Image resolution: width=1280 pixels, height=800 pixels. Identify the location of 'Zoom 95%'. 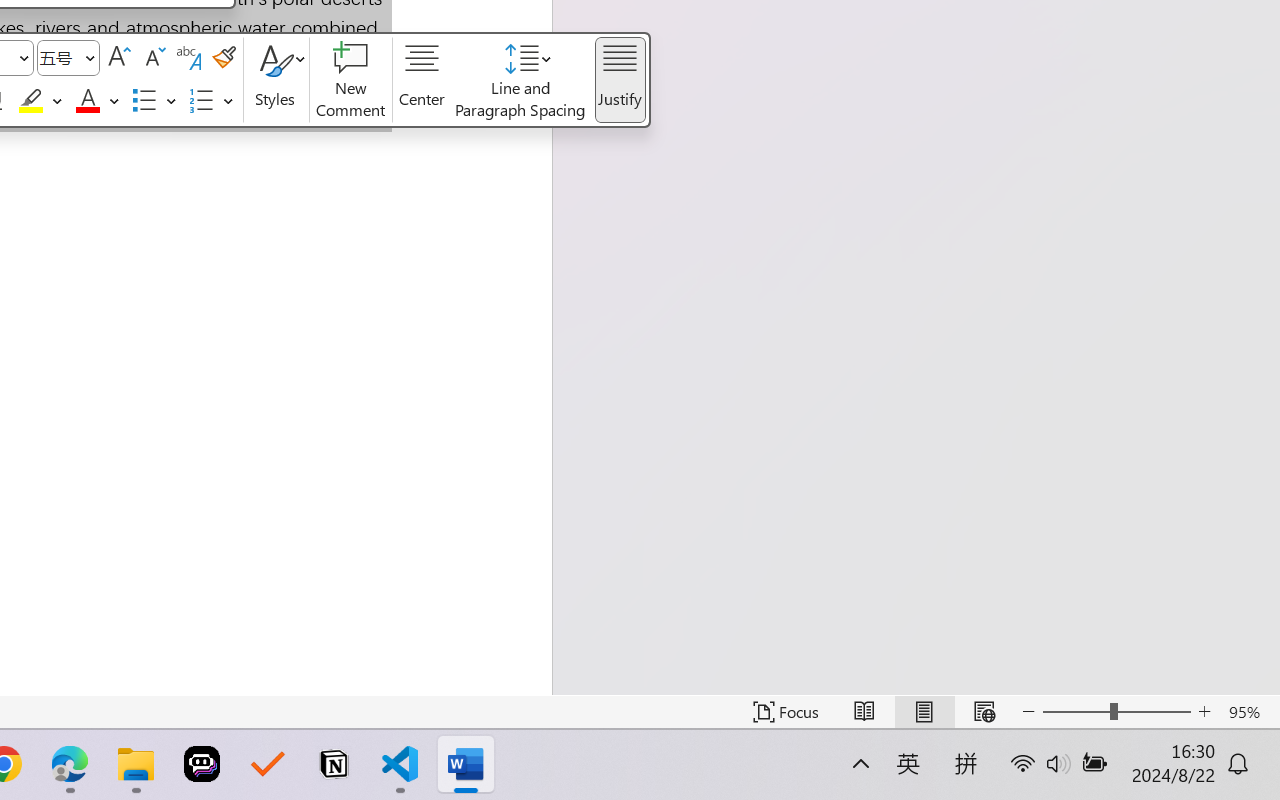
(1248, 711).